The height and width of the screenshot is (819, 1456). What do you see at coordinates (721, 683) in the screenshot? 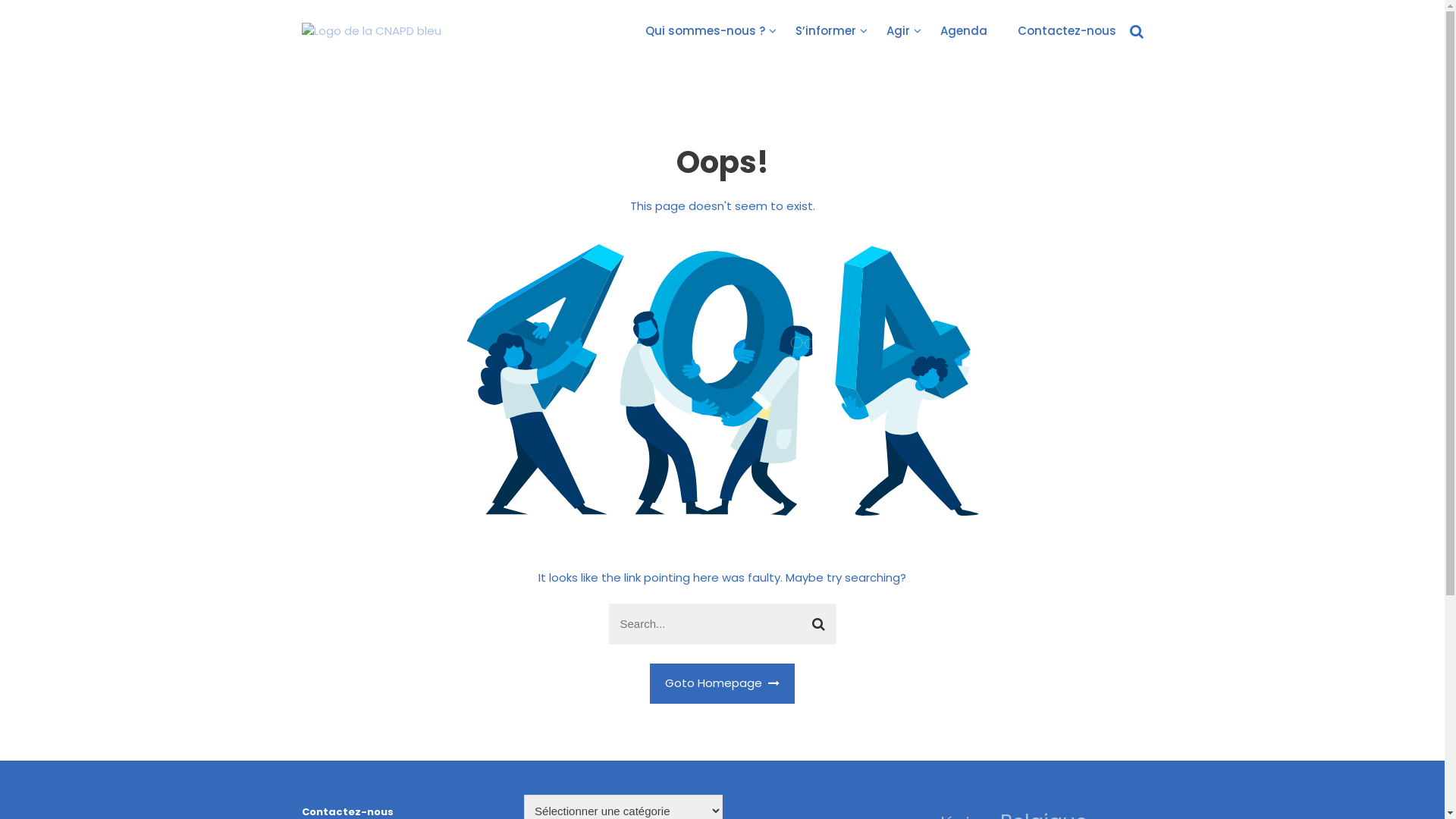
I see `'Goto Homepage'` at bounding box center [721, 683].